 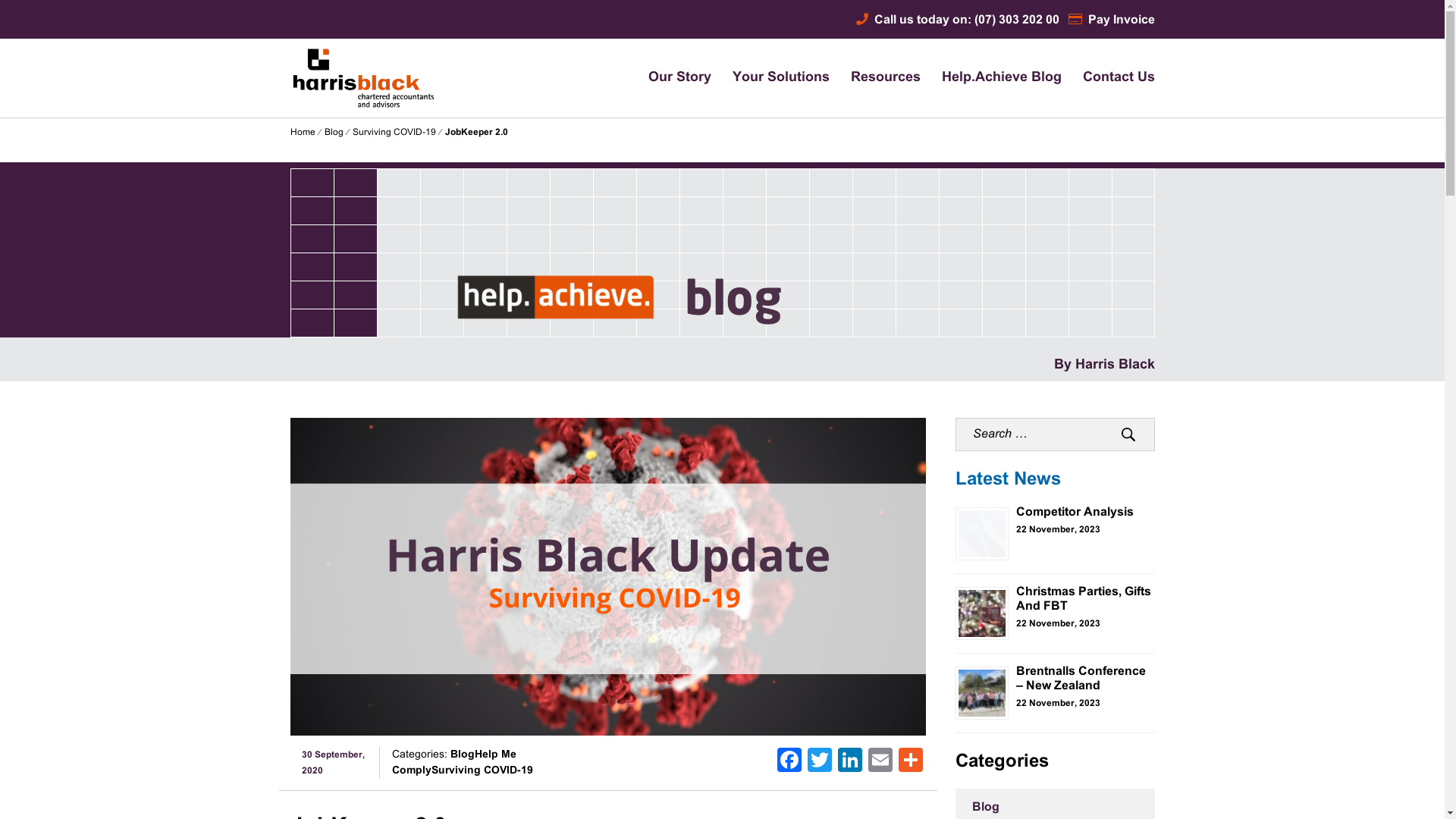 I want to click on 'Your Solutions', so click(x=781, y=78).